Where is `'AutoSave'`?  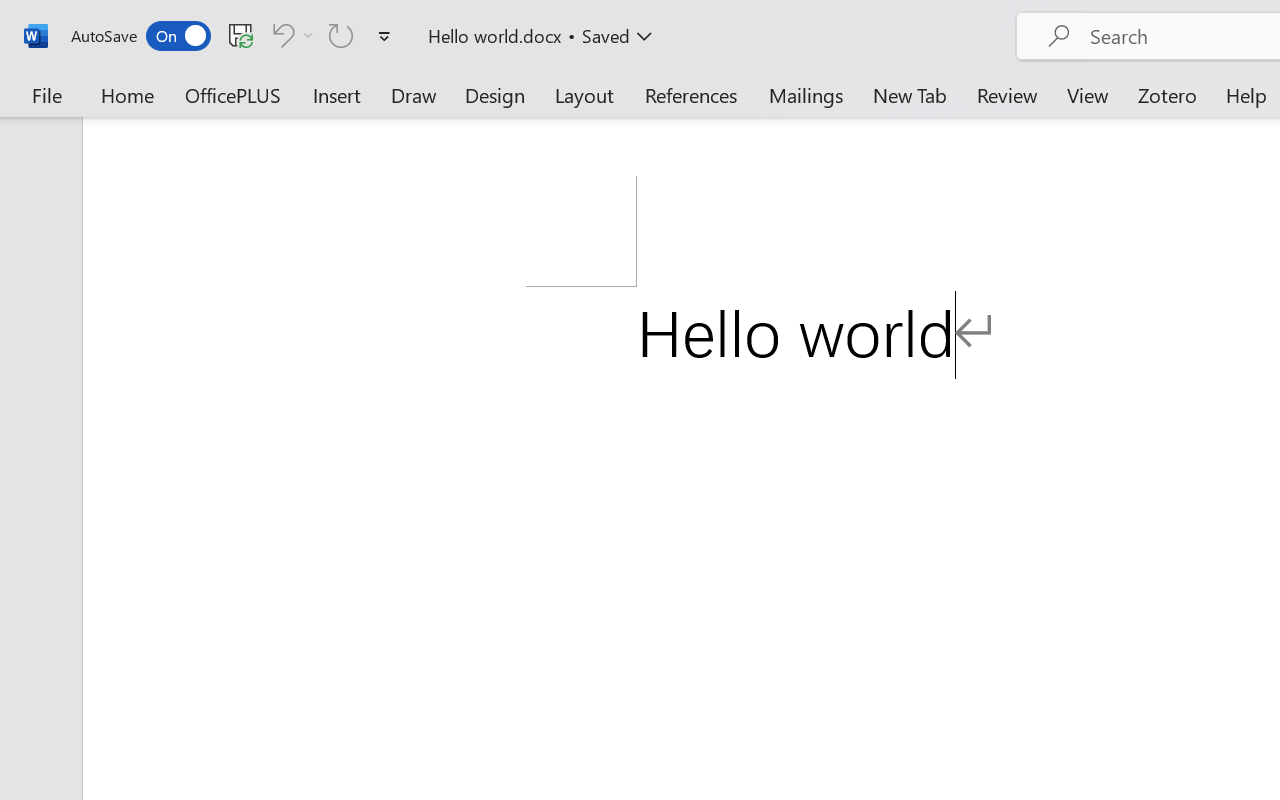 'AutoSave' is located at coordinates (139, 35).